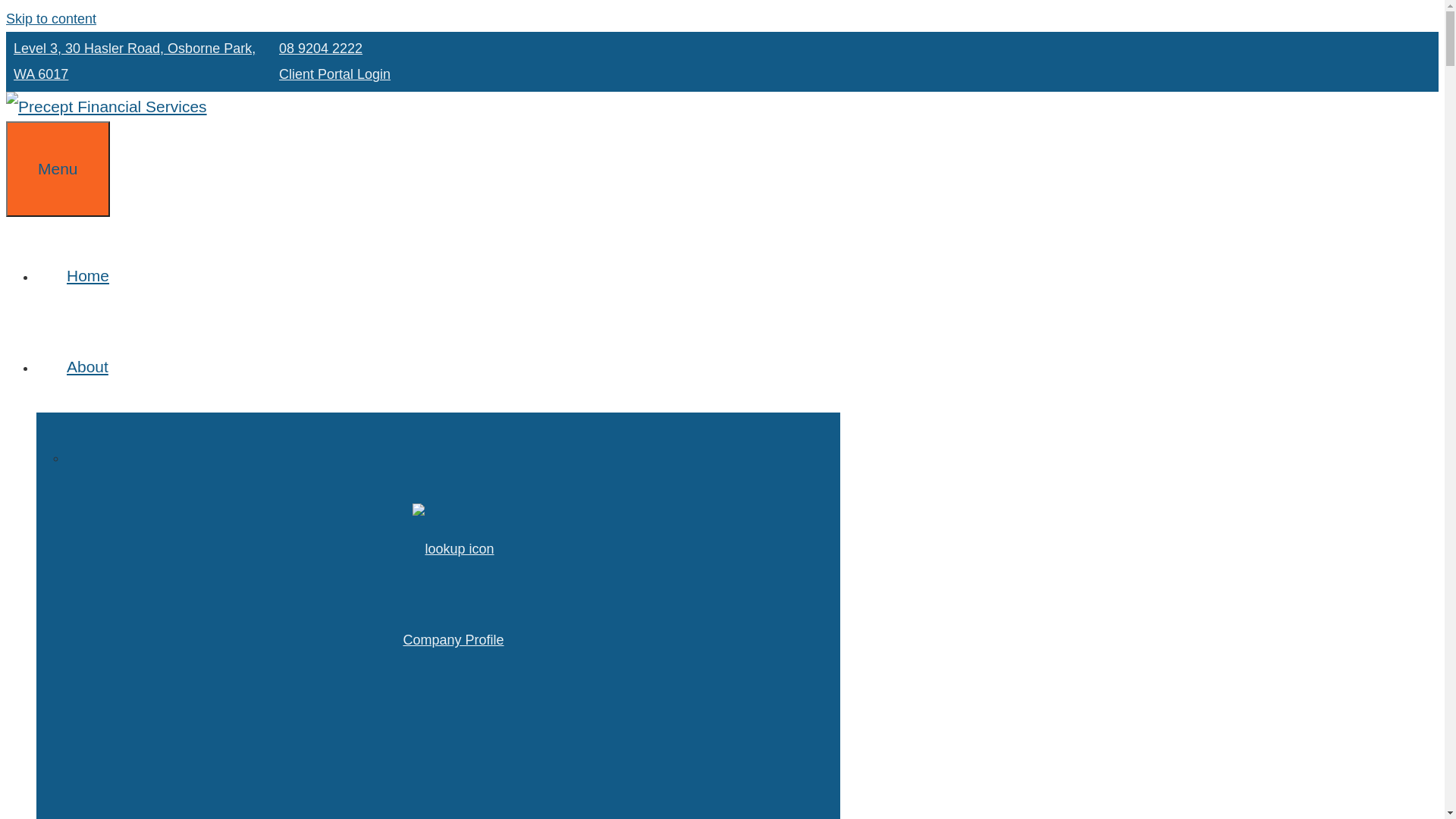 The image size is (1456, 819). Describe the element at coordinates (134, 61) in the screenshot. I see `'Level 3, 30 Hasler Road, Osborne Park, WA 6017'` at that location.